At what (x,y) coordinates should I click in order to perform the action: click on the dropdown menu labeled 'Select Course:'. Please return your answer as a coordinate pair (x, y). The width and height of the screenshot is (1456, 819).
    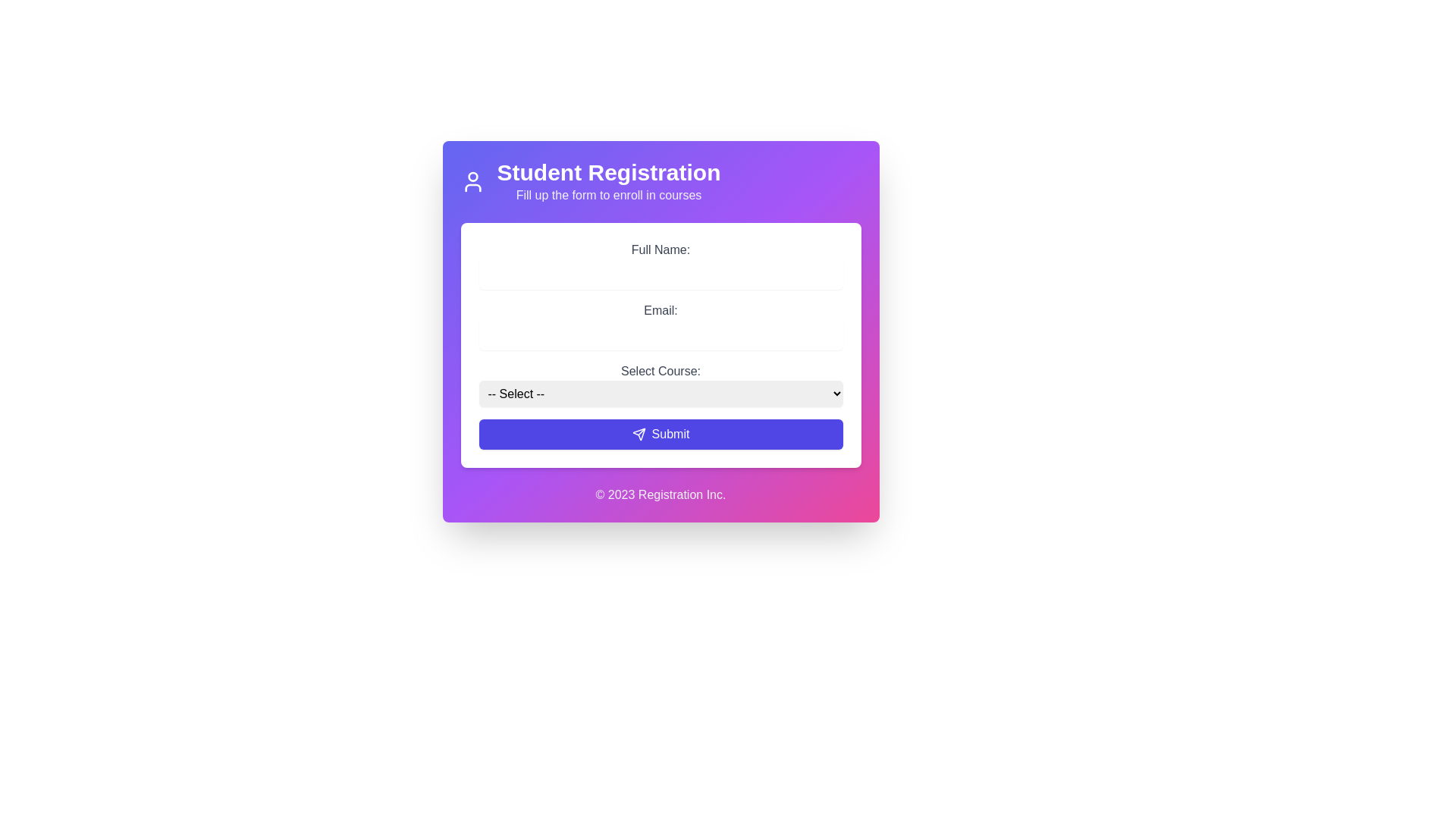
    Looking at the image, I should click on (661, 384).